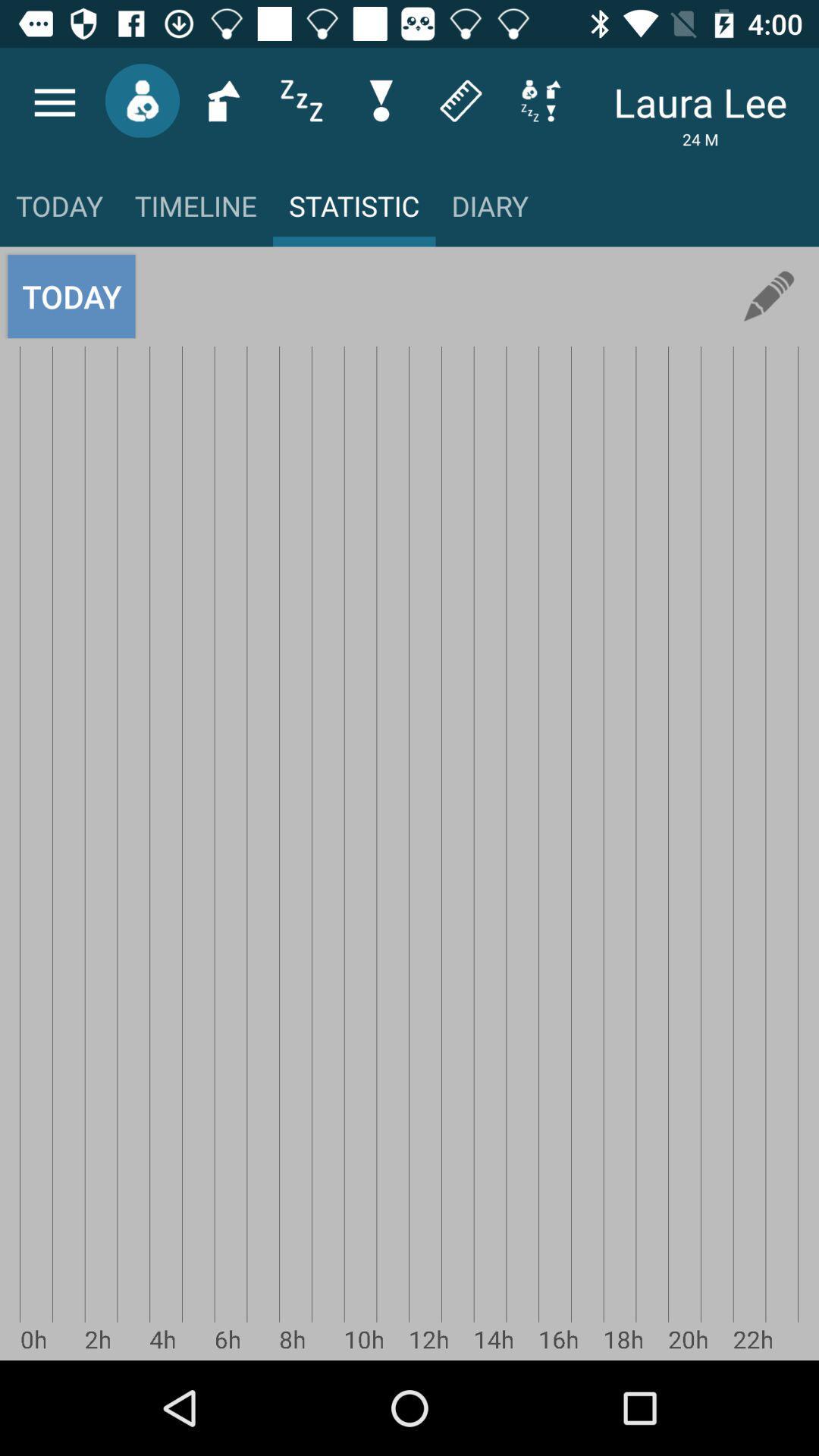 The height and width of the screenshot is (1456, 819). Describe the element at coordinates (769, 297) in the screenshot. I see `the edit icon` at that location.